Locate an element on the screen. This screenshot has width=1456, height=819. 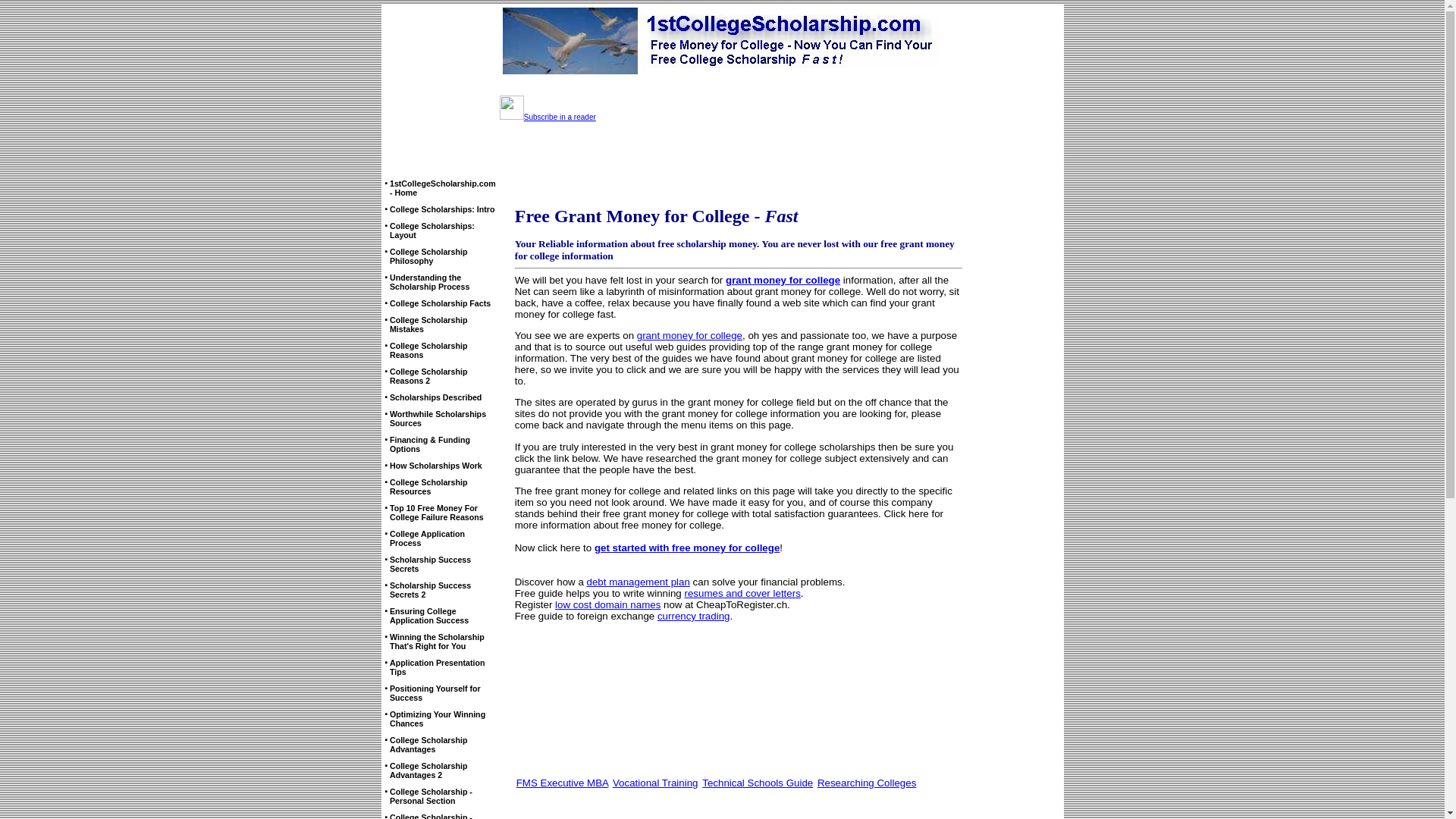
'Optimizing Your Winning Chances' is located at coordinates (436, 718).